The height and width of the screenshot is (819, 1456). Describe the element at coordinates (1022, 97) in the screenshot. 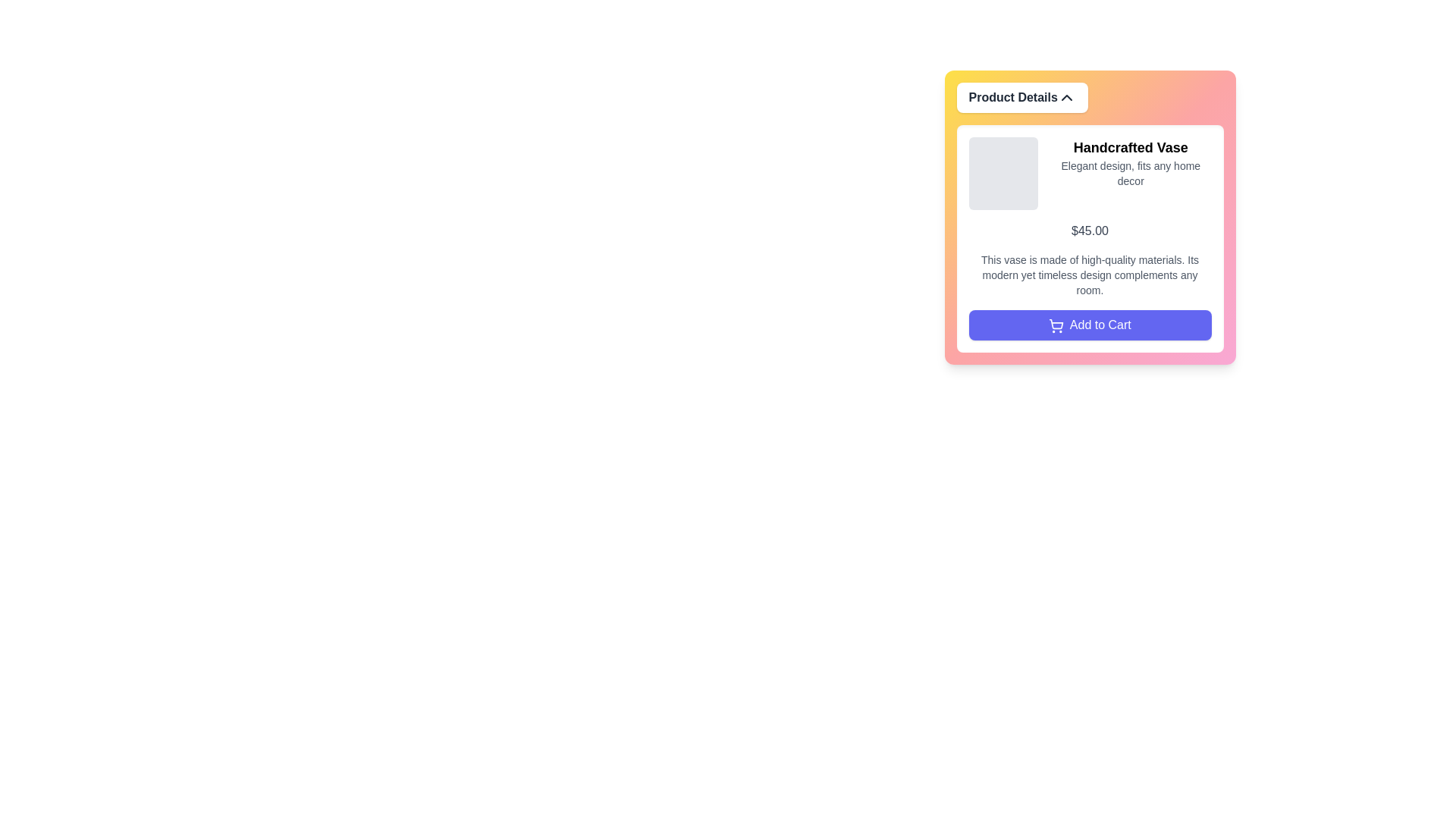

I see `the 'Product Details' button, which is a rectangular button with a white background and an upward-facing chevron icon` at that location.